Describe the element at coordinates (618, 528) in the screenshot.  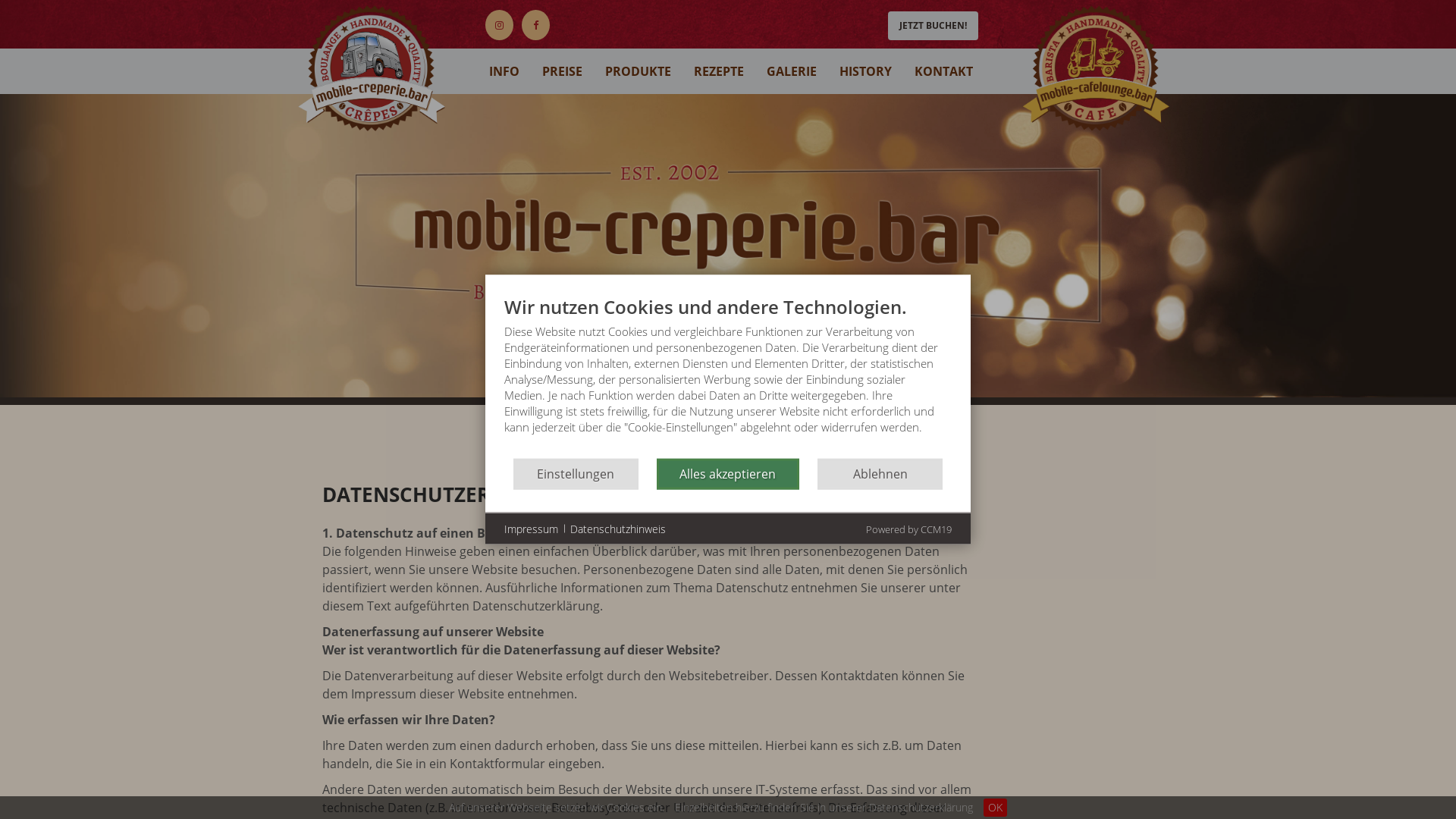
I see `'Datenschutzhinweis'` at that location.